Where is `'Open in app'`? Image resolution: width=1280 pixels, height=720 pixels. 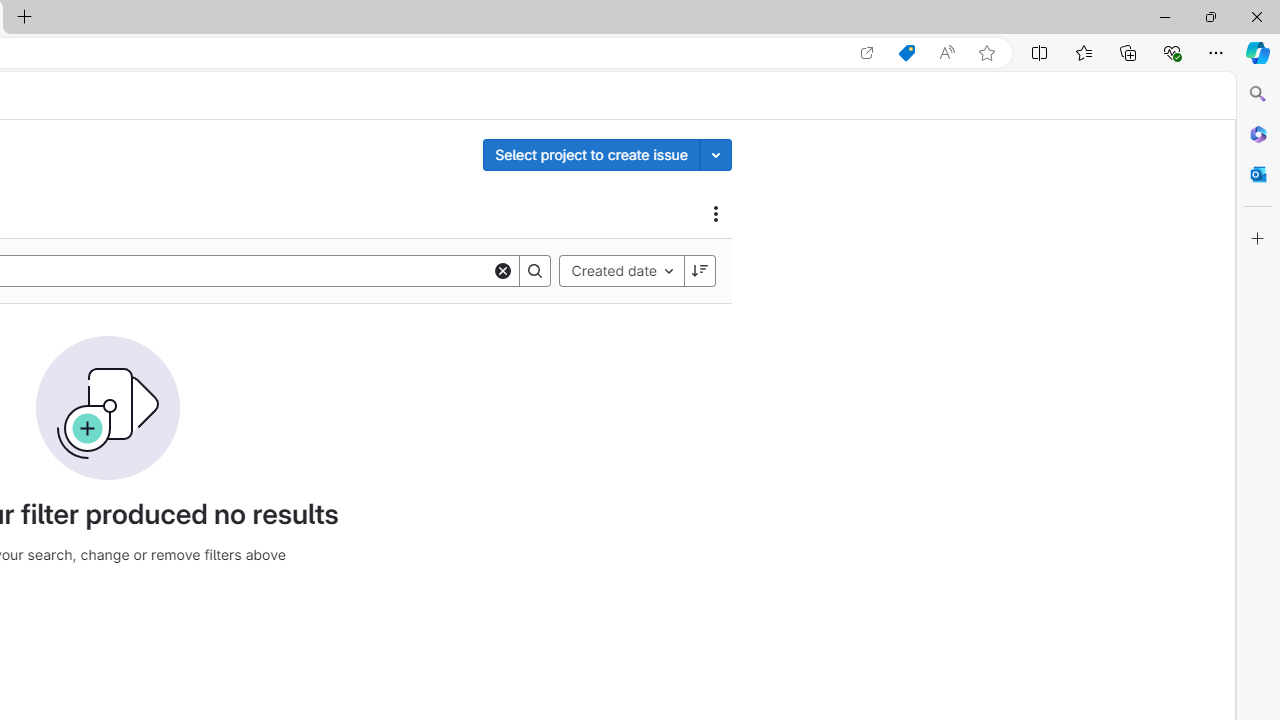 'Open in app' is located at coordinates (867, 52).